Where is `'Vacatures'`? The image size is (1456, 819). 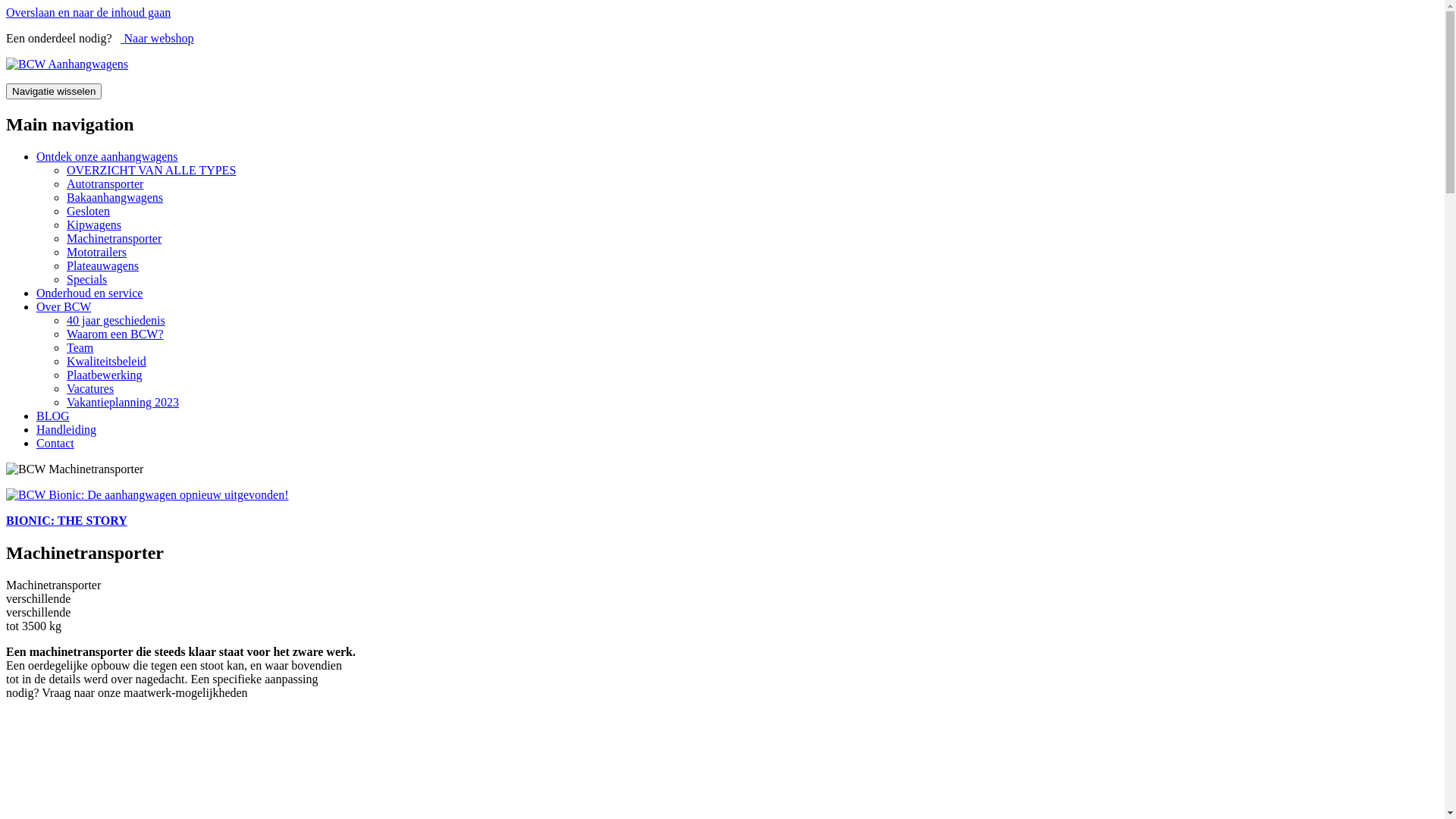 'Vacatures' is located at coordinates (89, 388).